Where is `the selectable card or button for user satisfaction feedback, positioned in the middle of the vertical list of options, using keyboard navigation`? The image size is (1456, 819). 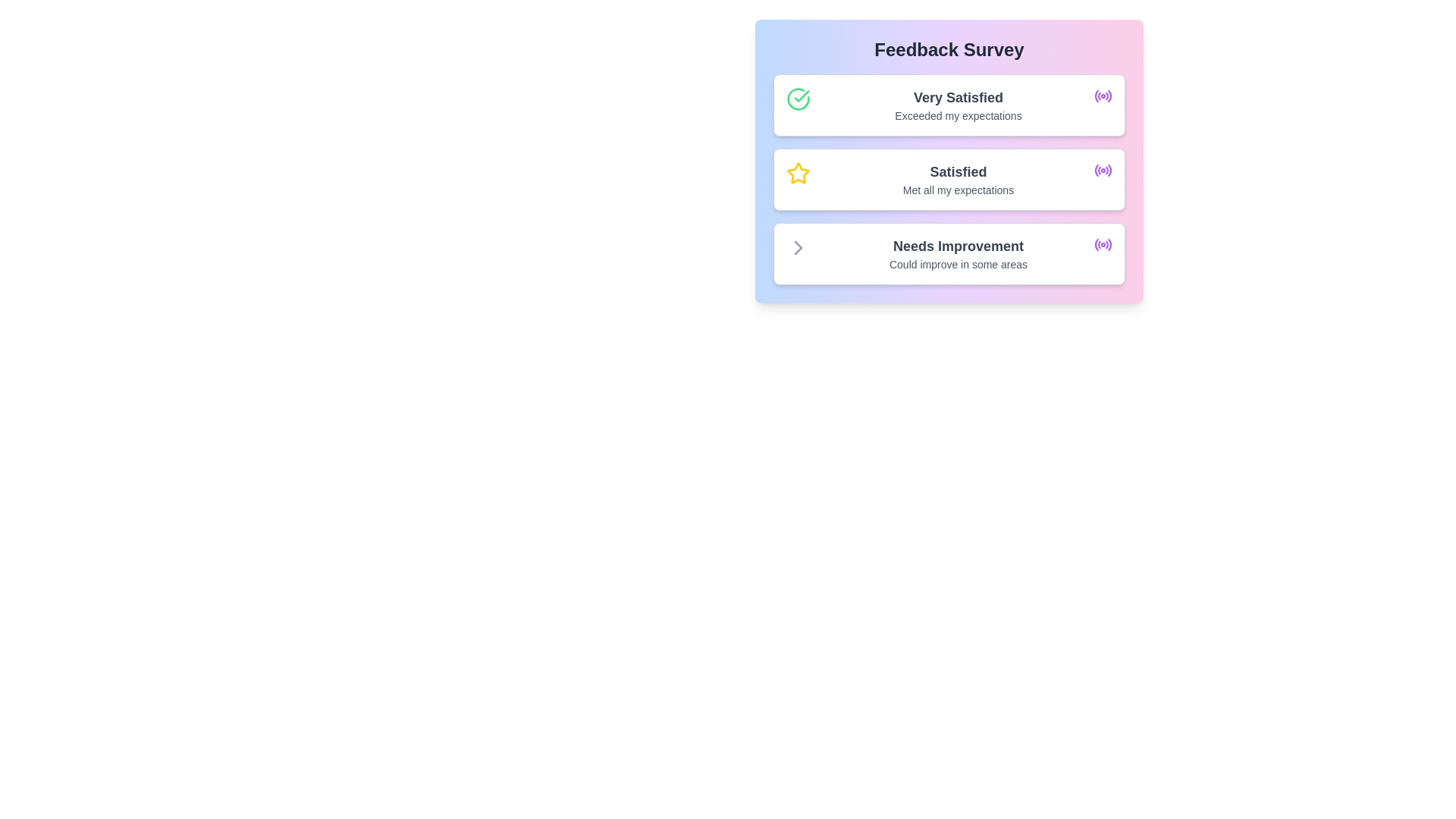 the selectable card or button for user satisfaction feedback, positioned in the middle of the vertical list of options, using keyboard navigation is located at coordinates (949, 178).